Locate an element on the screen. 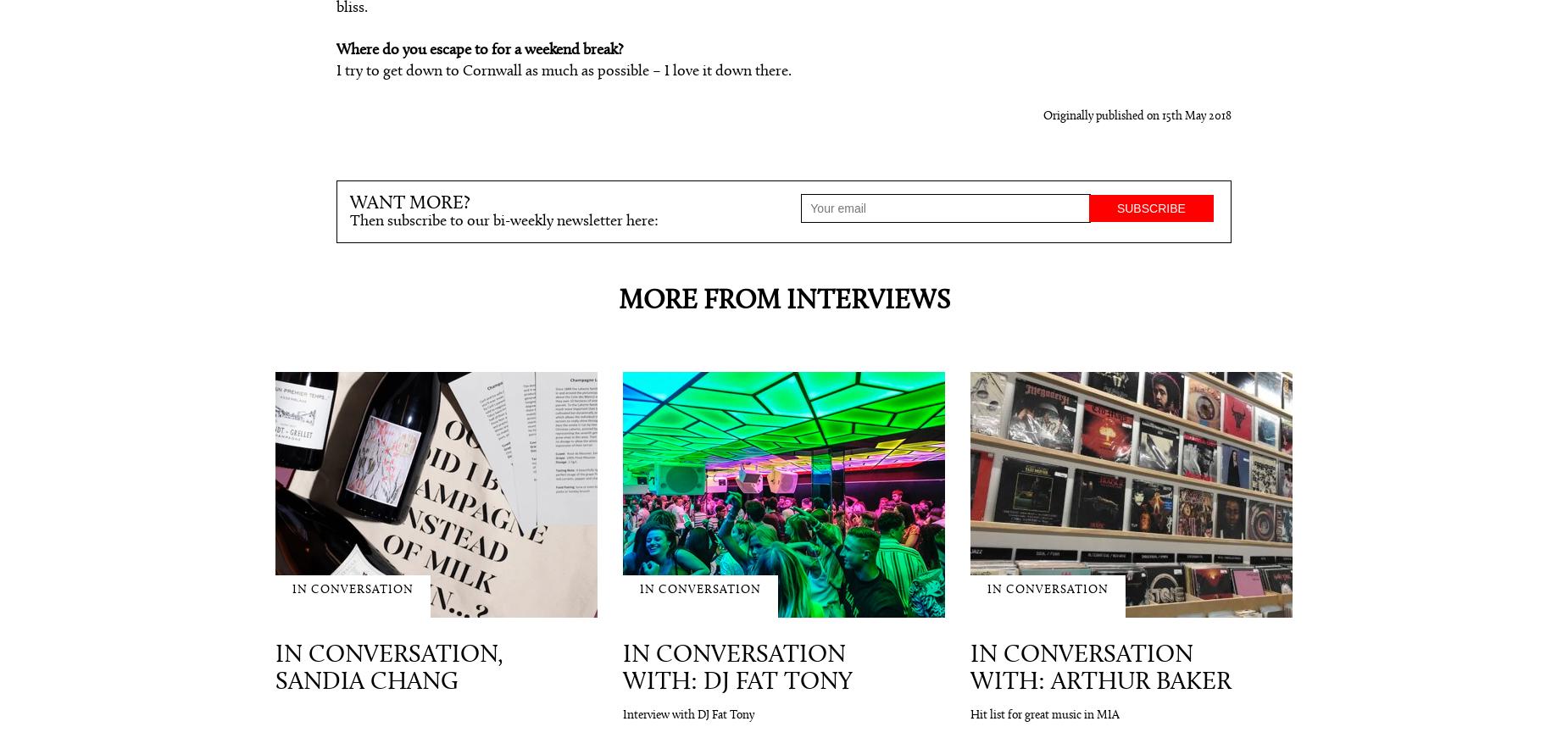  '15th May 2018' is located at coordinates (1161, 114).